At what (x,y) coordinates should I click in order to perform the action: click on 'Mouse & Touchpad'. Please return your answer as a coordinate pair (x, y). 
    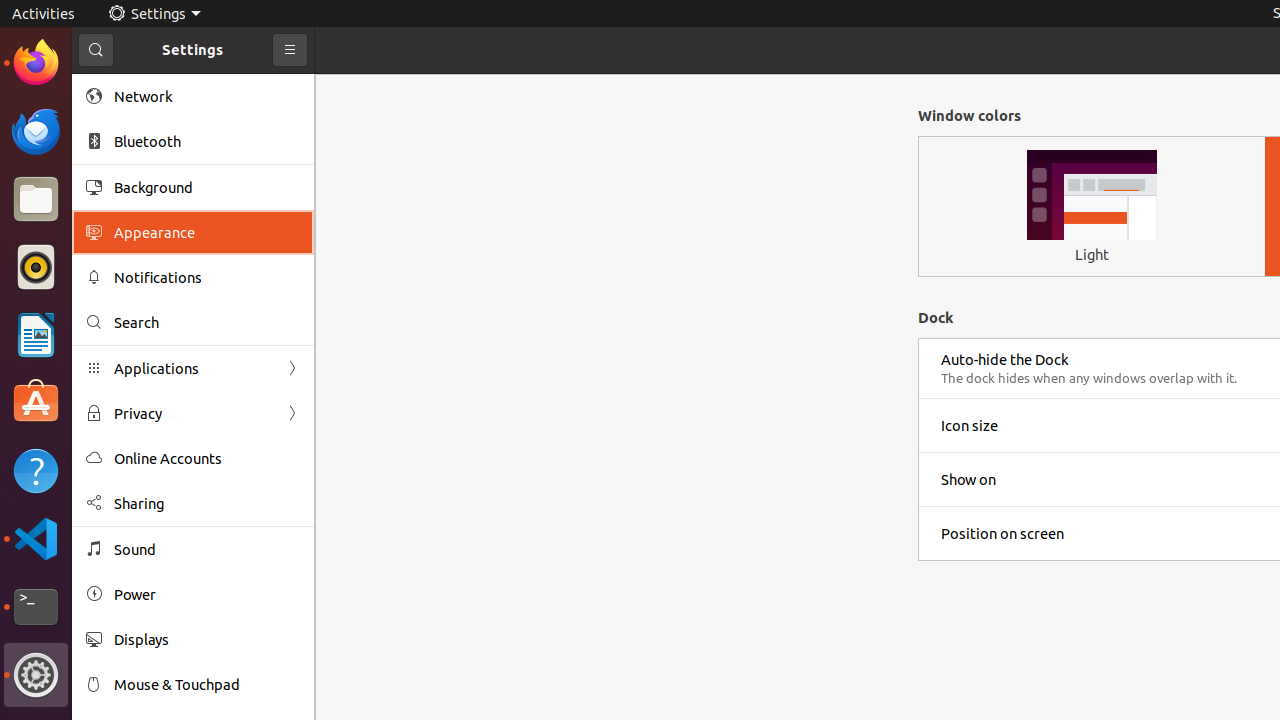
    Looking at the image, I should click on (206, 683).